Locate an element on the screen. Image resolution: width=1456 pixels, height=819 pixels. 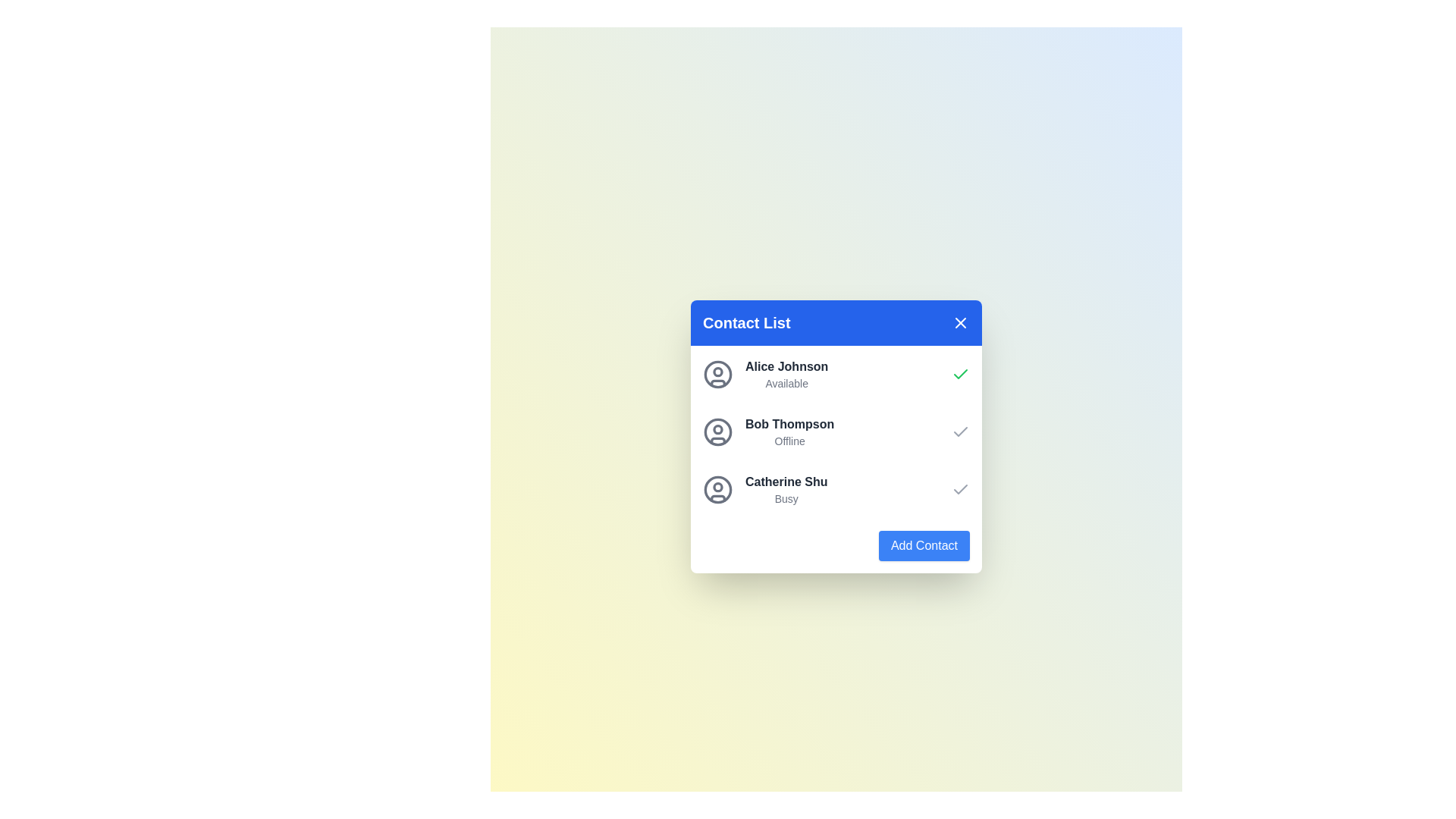
close button to dismiss the contact list dialog is located at coordinates (960, 322).